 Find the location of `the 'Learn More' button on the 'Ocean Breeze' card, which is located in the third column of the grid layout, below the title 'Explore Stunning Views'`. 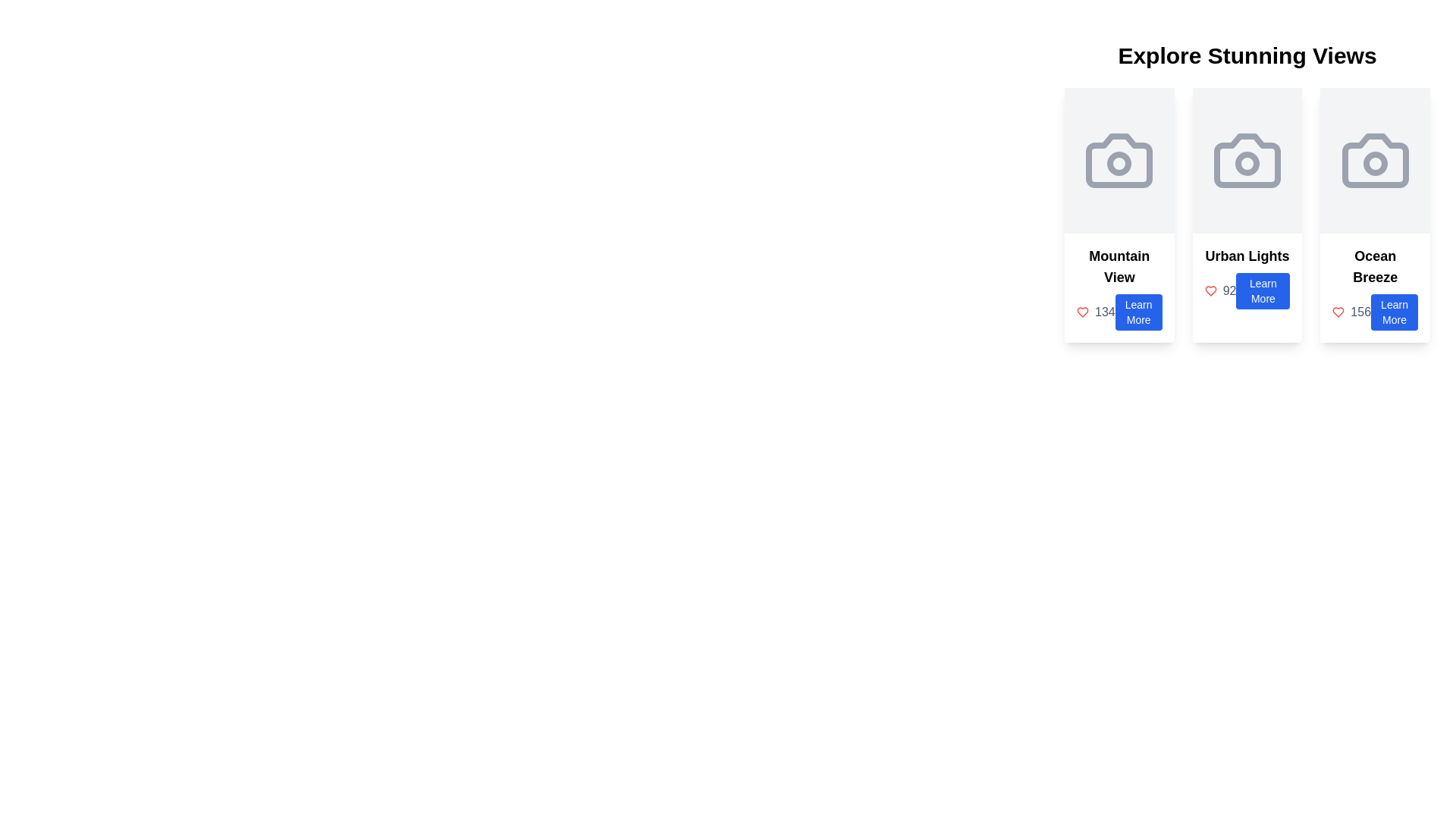

the 'Learn More' button on the 'Ocean Breeze' card, which is located in the third column of the grid layout, below the title 'Explore Stunning Views' is located at coordinates (1375, 288).